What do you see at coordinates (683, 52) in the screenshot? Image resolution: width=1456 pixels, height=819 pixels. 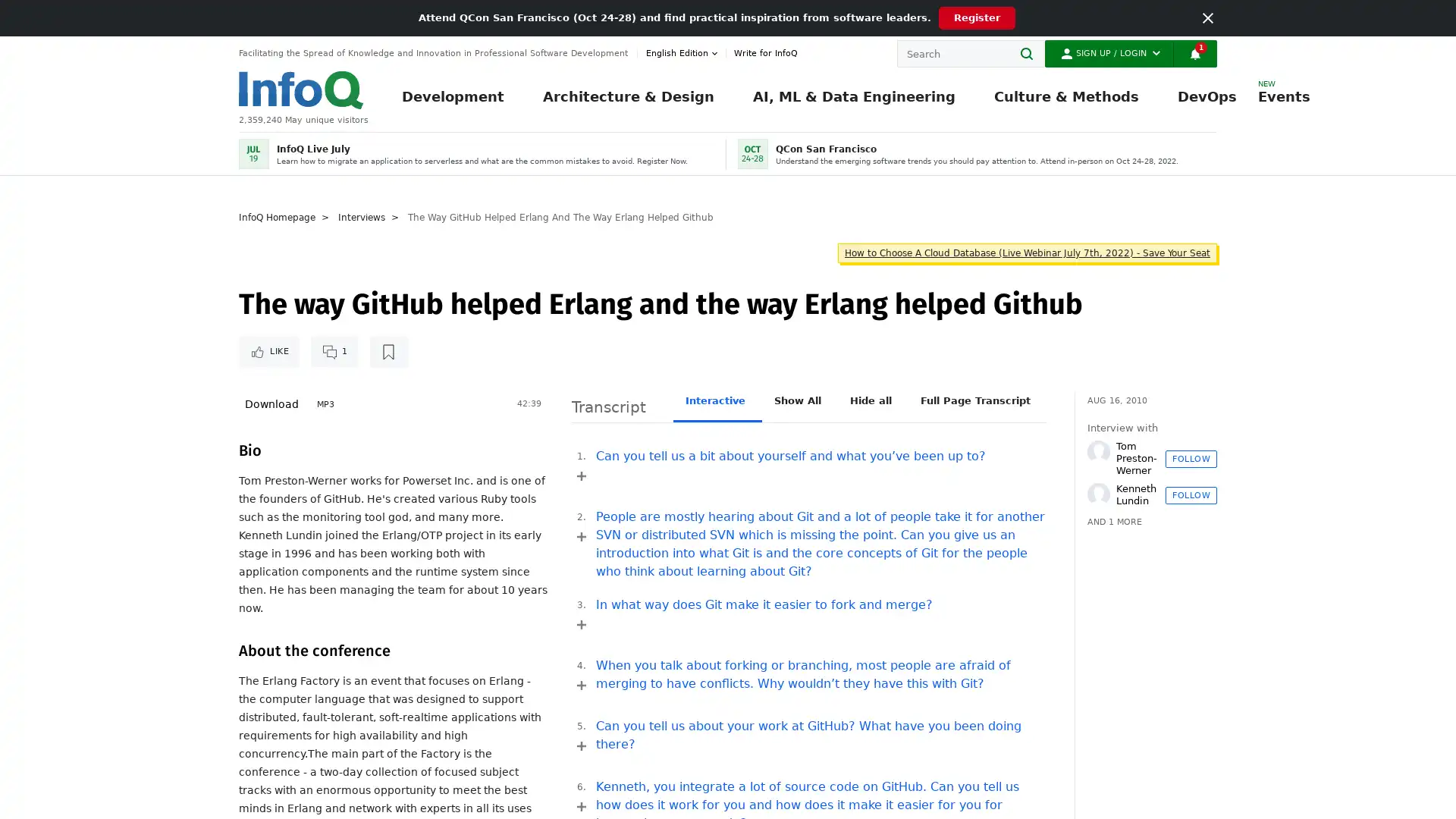 I see `English edition` at bounding box center [683, 52].